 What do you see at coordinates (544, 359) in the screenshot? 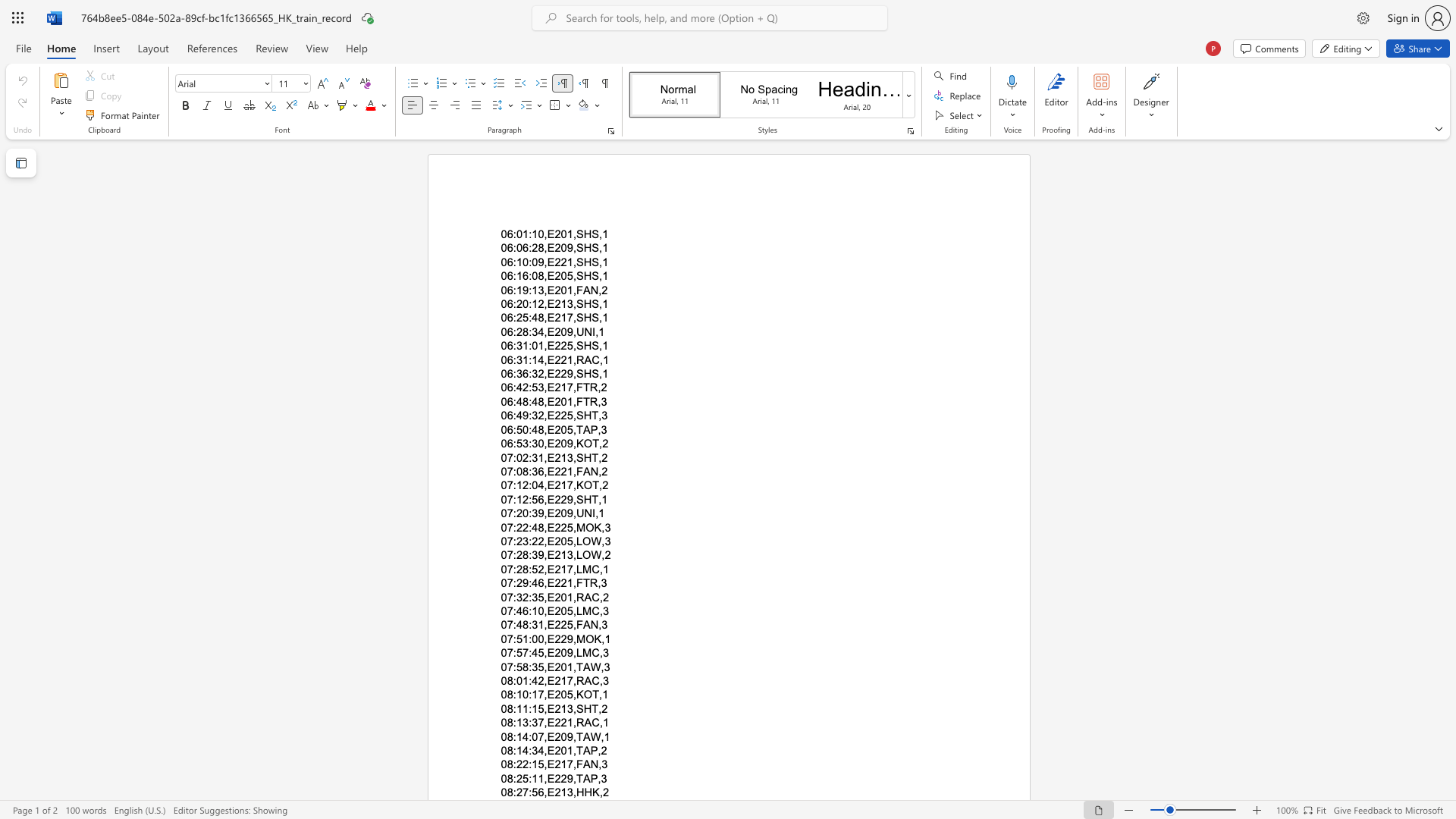
I see `the subset text ",E221," within the text "06:31:14,E221,RAC,1"` at bounding box center [544, 359].